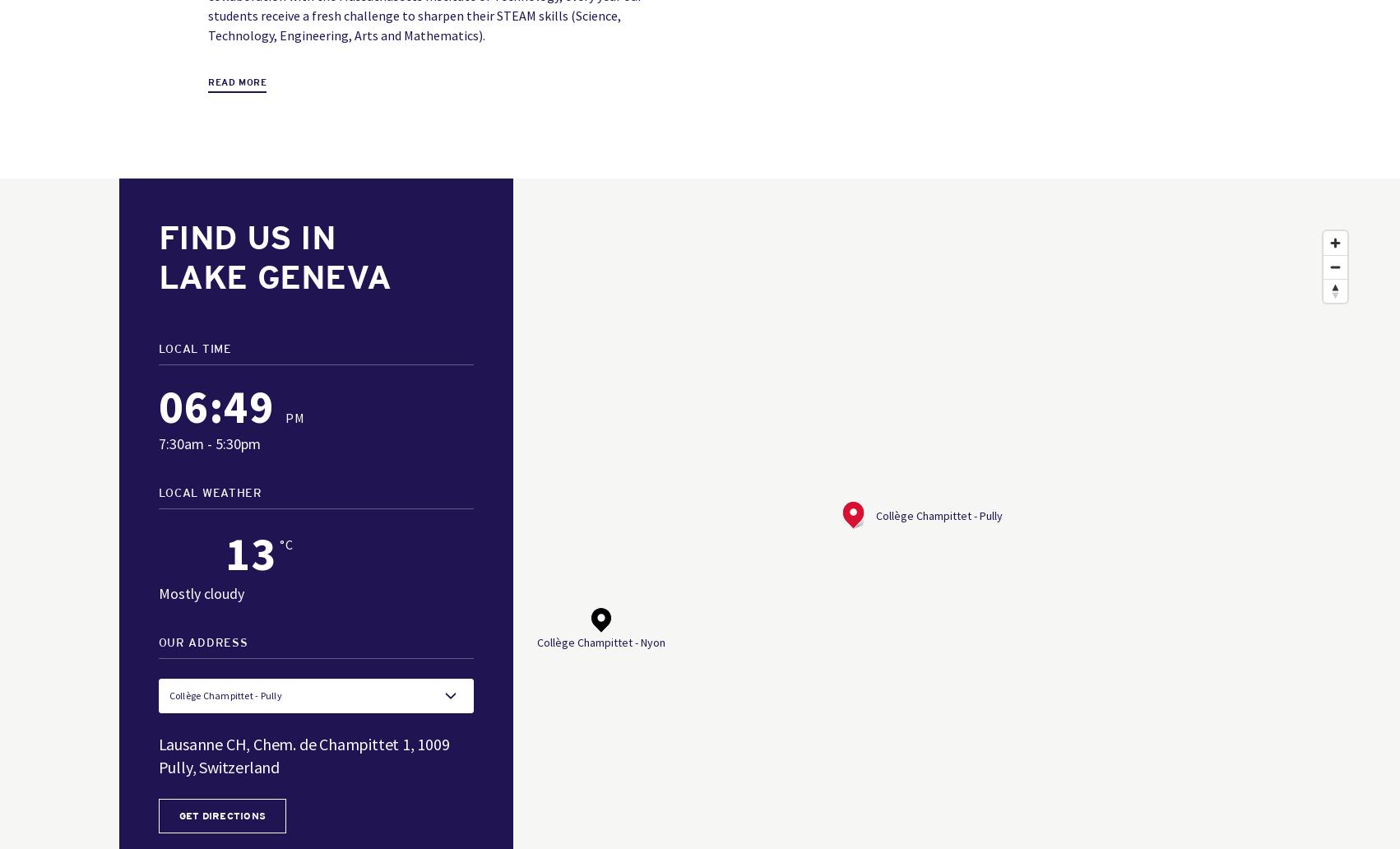  What do you see at coordinates (202, 643) in the screenshot?
I see `'OUR ADDRESS'` at bounding box center [202, 643].